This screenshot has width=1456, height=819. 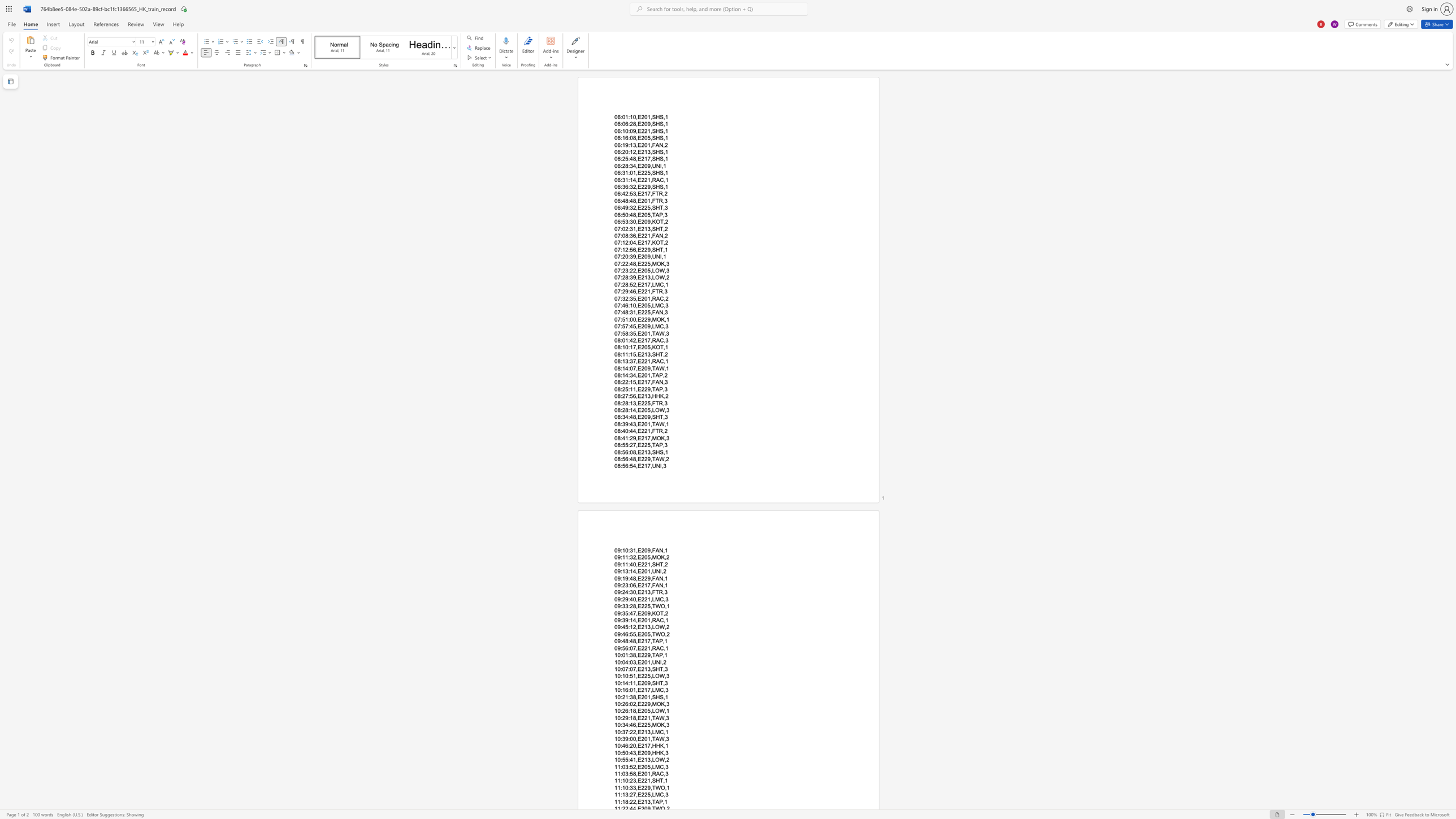 I want to click on the space between the continuous character "9" and ":" in the text, so click(x=619, y=606).